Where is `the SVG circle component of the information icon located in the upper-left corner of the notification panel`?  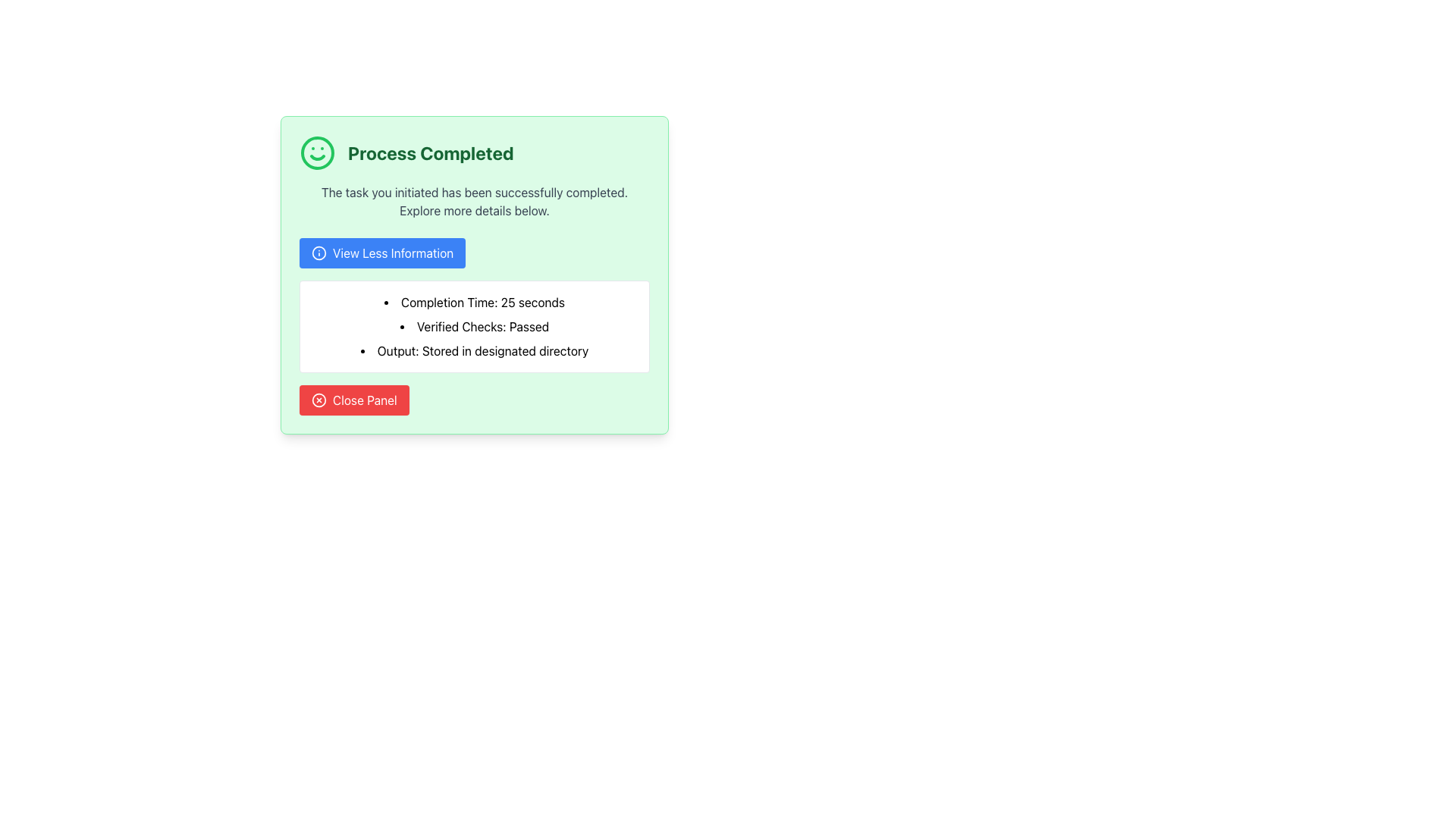 the SVG circle component of the information icon located in the upper-left corner of the notification panel is located at coordinates (318, 253).